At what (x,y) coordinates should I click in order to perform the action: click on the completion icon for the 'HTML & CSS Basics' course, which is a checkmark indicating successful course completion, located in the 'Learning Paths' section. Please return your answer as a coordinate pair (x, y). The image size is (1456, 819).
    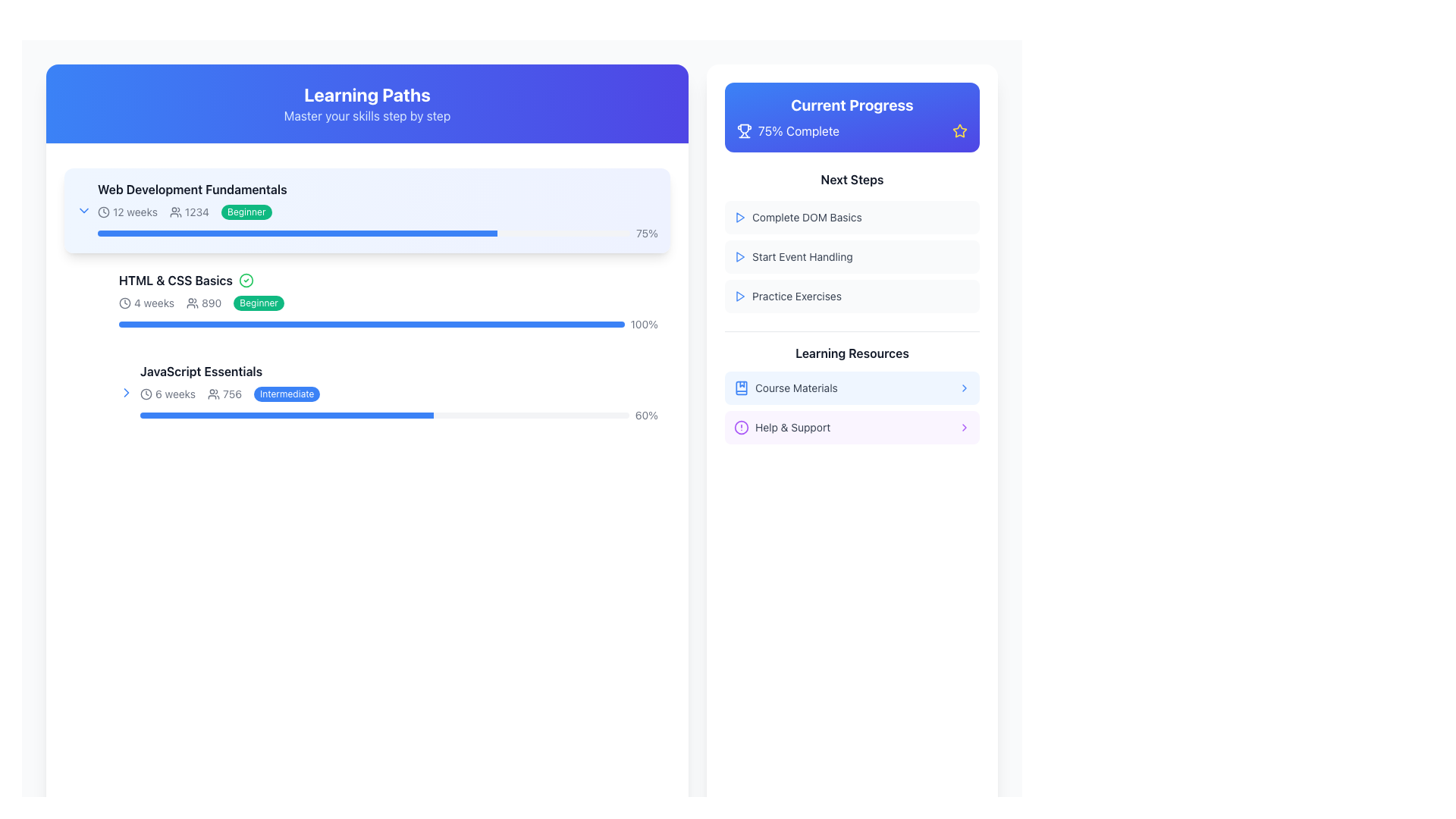
    Looking at the image, I should click on (246, 281).